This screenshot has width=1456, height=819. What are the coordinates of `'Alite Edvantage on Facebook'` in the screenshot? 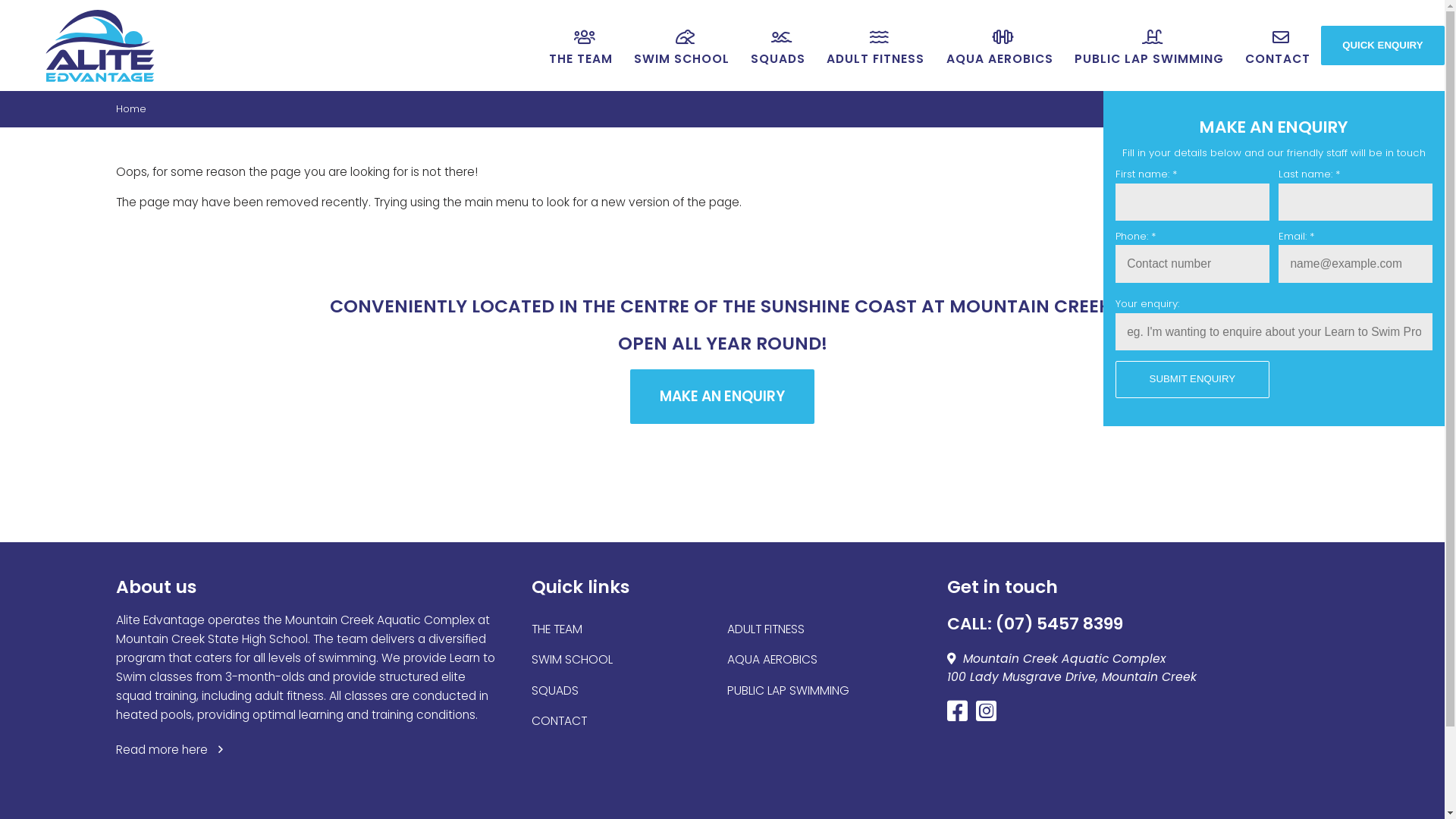 It's located at (959, 715).